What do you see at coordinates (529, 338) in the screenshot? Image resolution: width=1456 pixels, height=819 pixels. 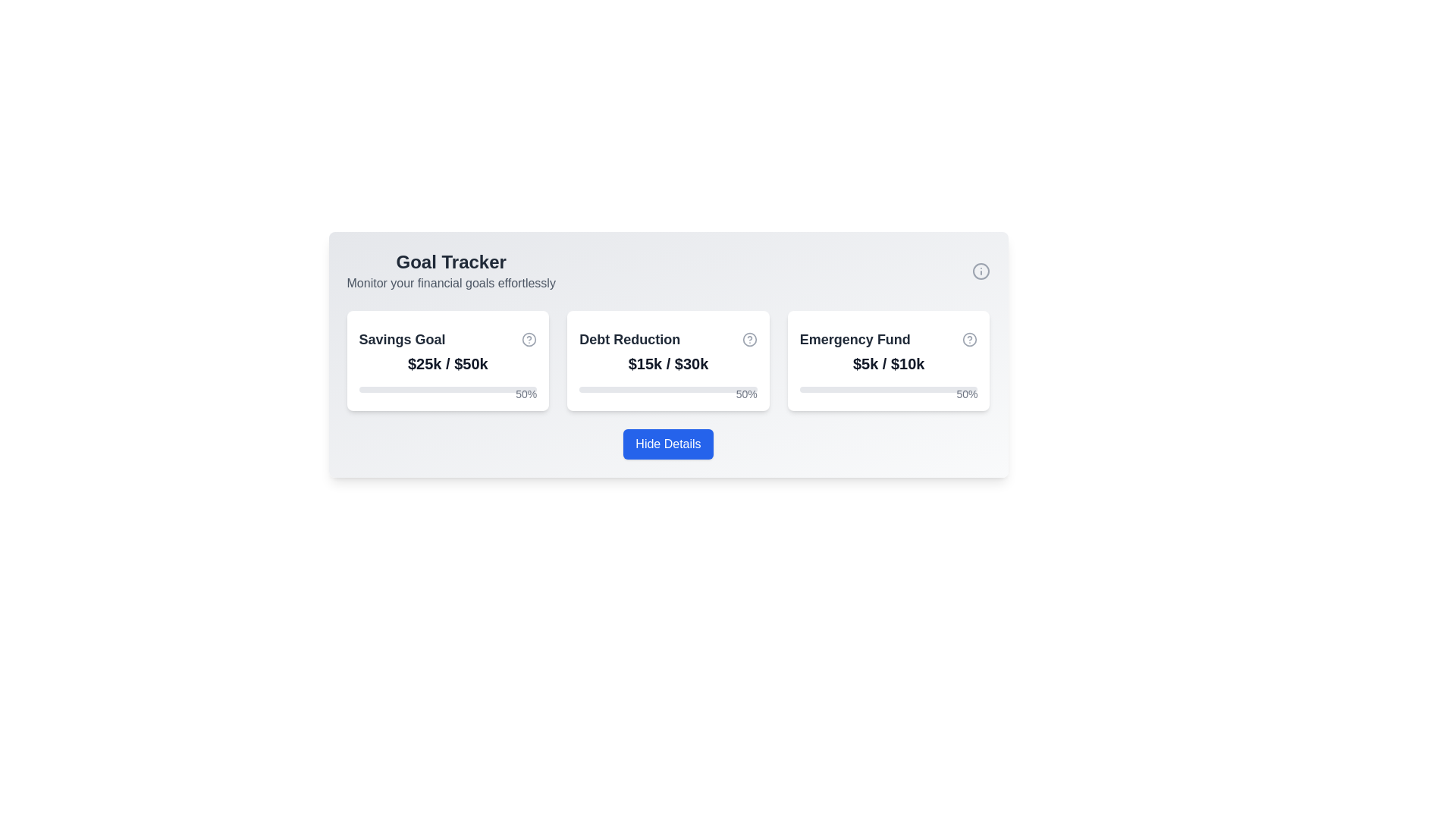 I see `the help icon located at the top-right corner of the 'Savings Goal' card` at bounding box center [529, 338].